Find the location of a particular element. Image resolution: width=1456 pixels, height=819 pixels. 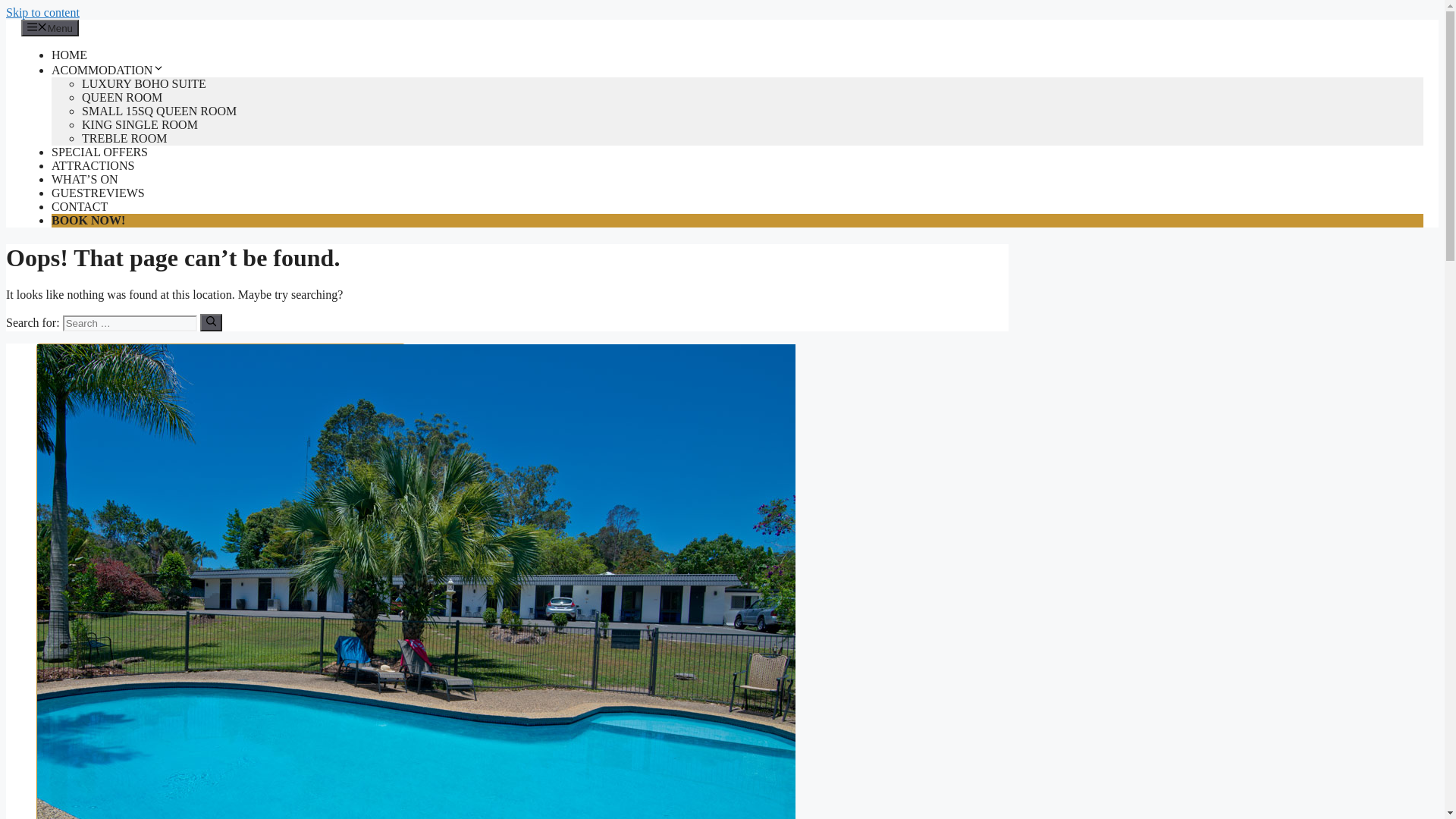

'ACOMMODATION' is located at coordinates (107, 70).